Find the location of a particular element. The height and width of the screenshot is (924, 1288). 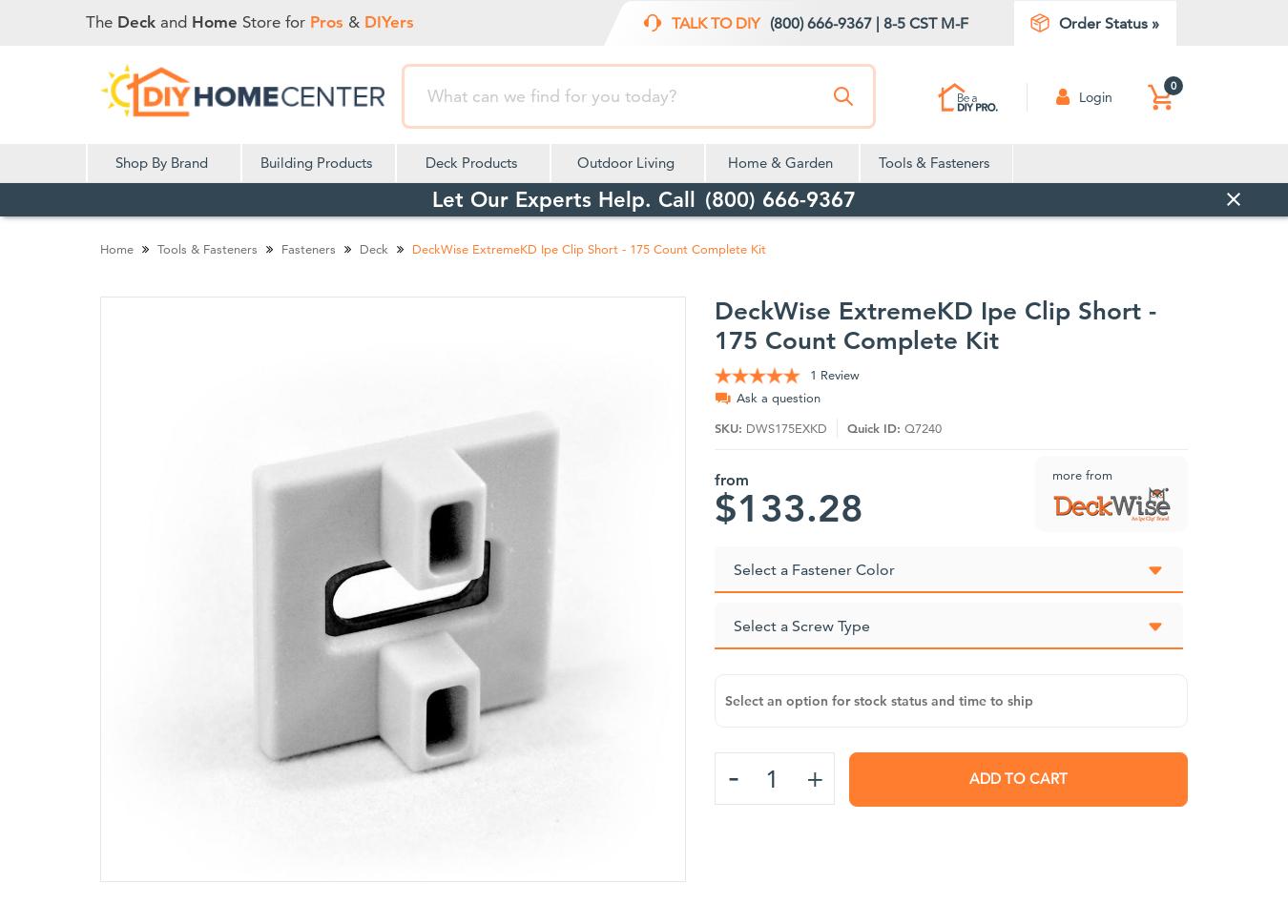

'Fasteners' is located at coordinates (307, 246).